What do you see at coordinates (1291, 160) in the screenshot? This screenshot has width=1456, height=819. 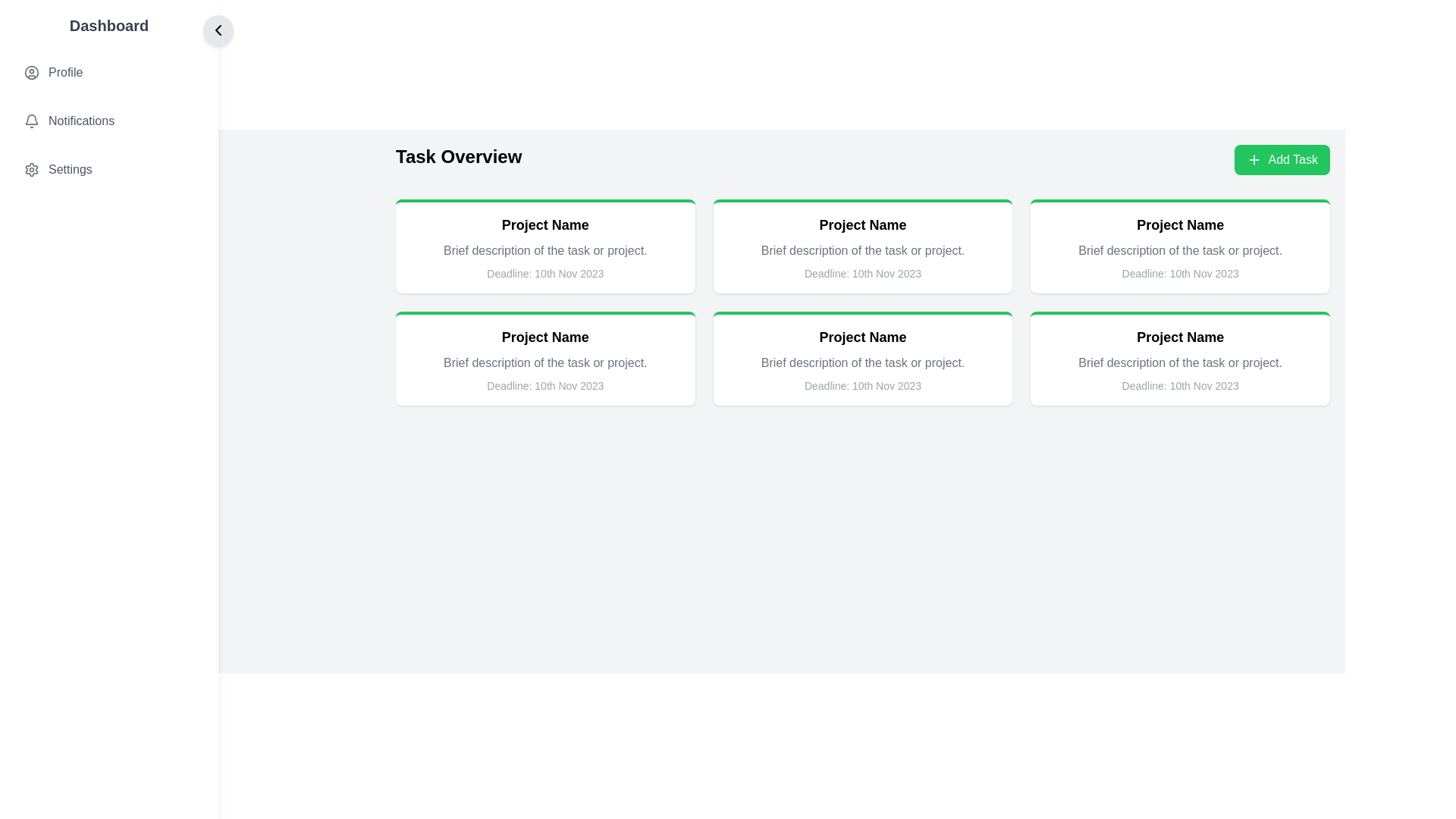 I see `the button containing the label for adding a new task located at the top-right corner of the main panel, adjacent to the '+' icon` at bounding box center [1291, 160].